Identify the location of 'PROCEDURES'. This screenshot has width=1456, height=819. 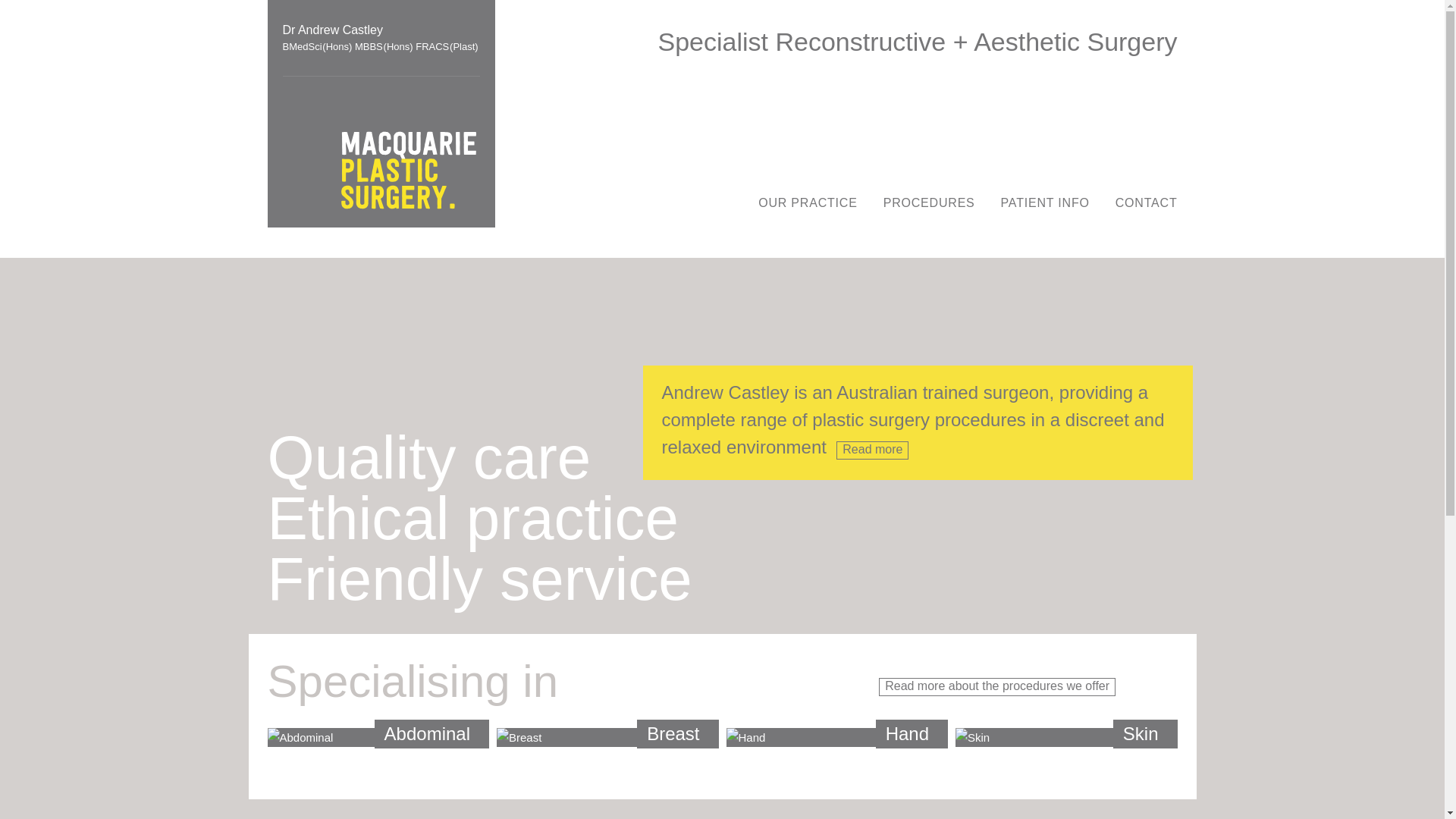
(928, 202).